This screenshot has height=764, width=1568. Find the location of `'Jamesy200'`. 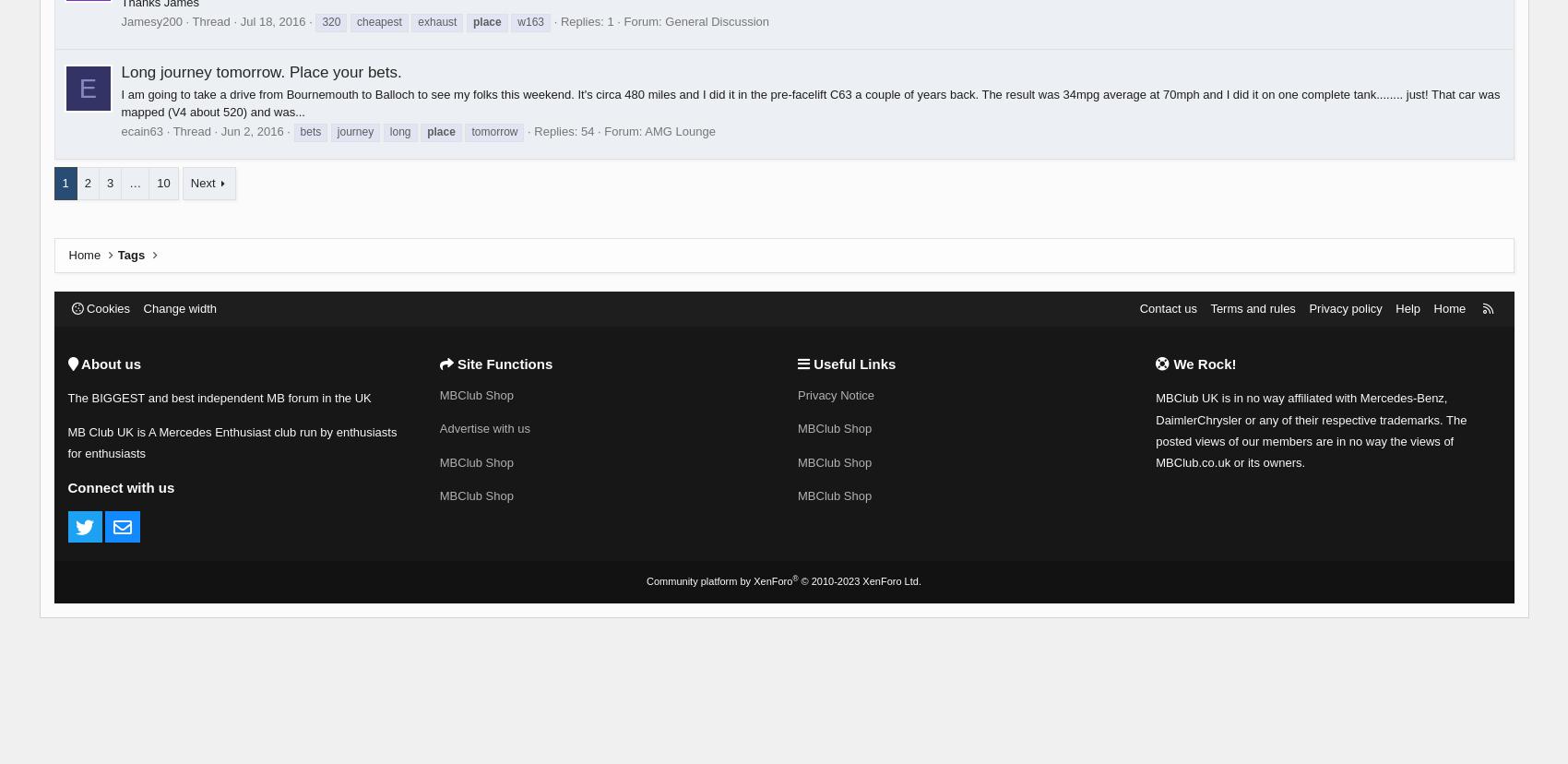

'Jamesy200' is located at coordinates (150, 21).